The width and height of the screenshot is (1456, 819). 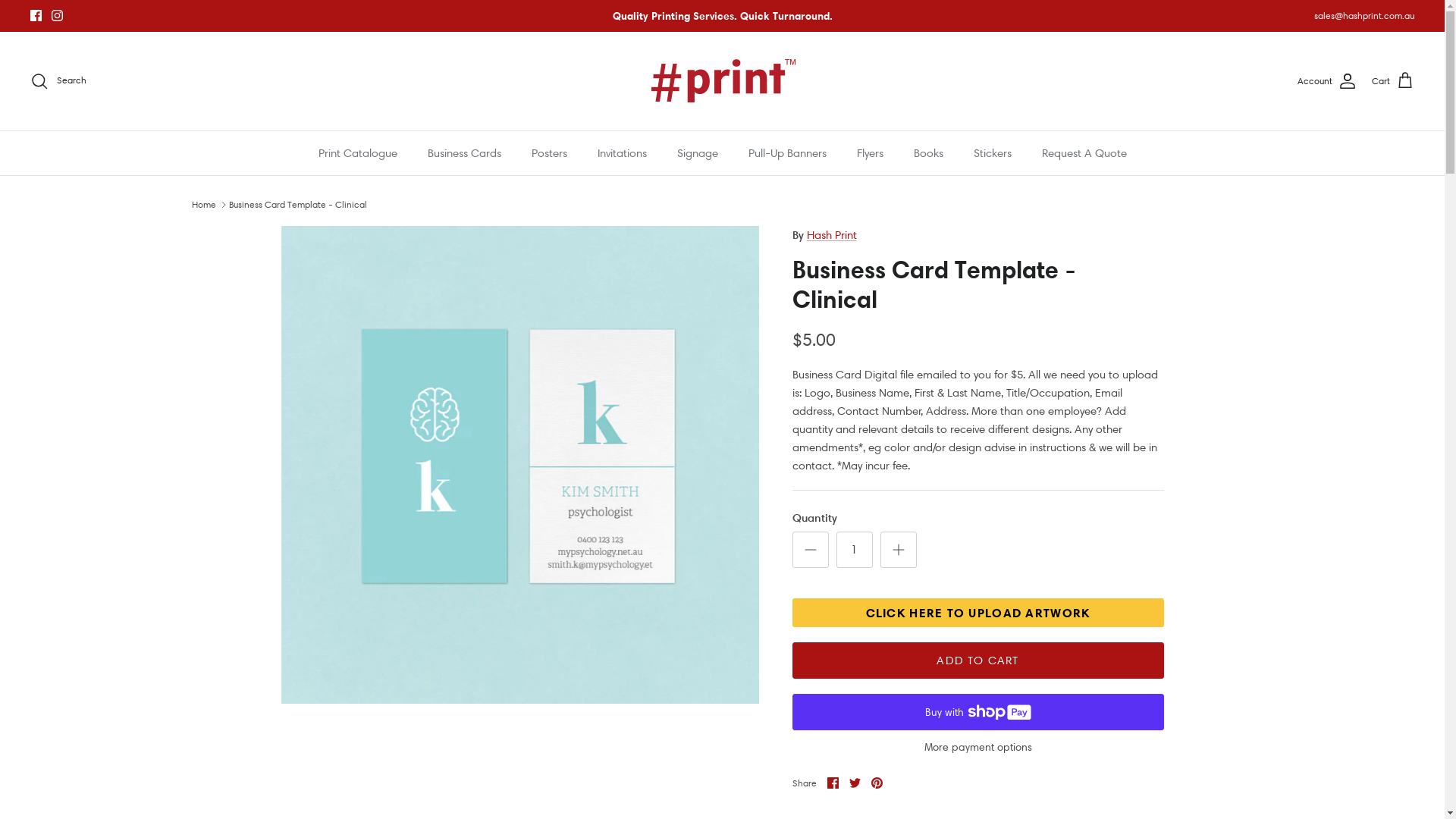 I want to click on 'More payment options', so click(x=977, y=746).